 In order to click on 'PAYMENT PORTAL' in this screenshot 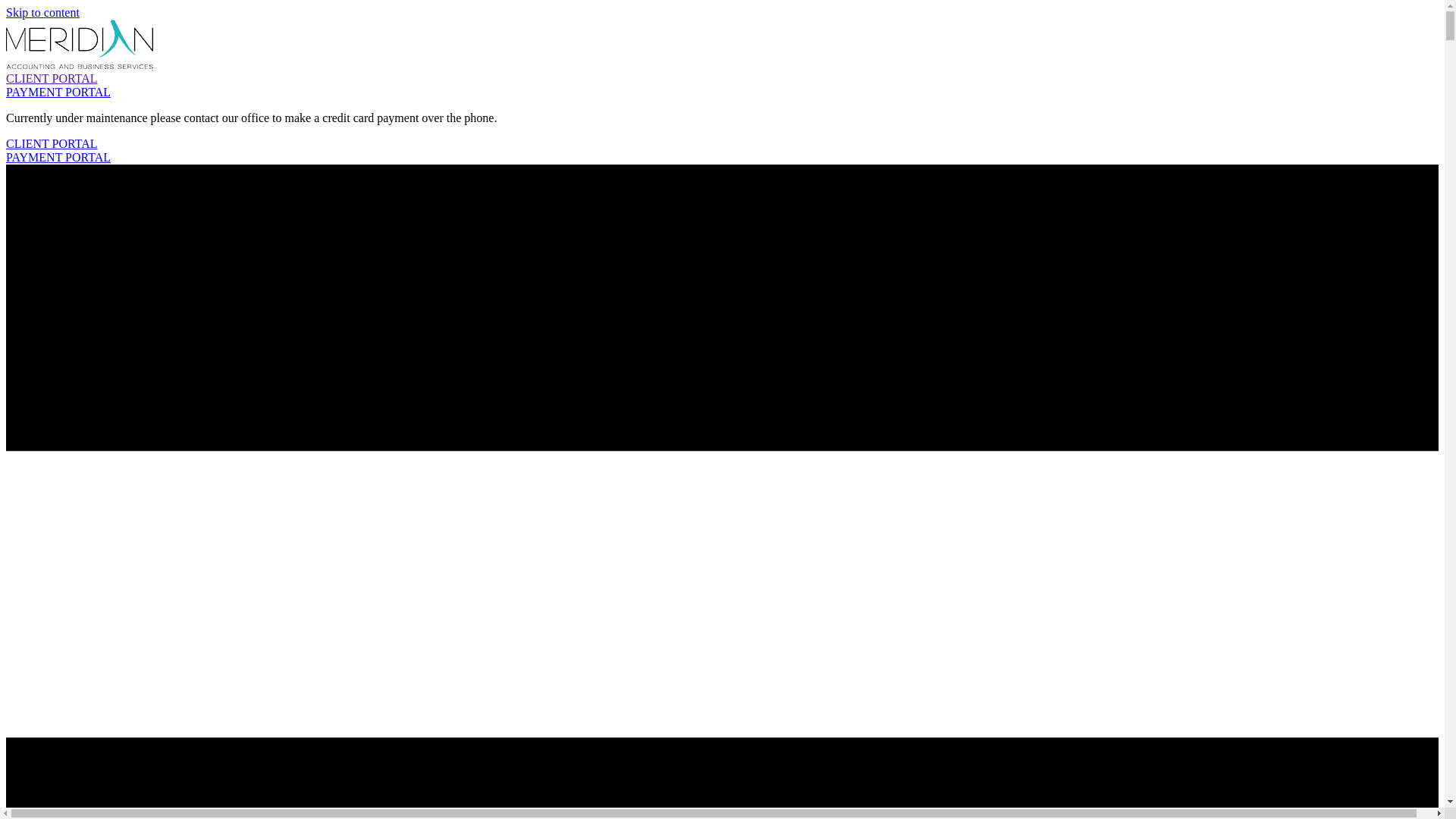, I will do `click(58, 92)`.